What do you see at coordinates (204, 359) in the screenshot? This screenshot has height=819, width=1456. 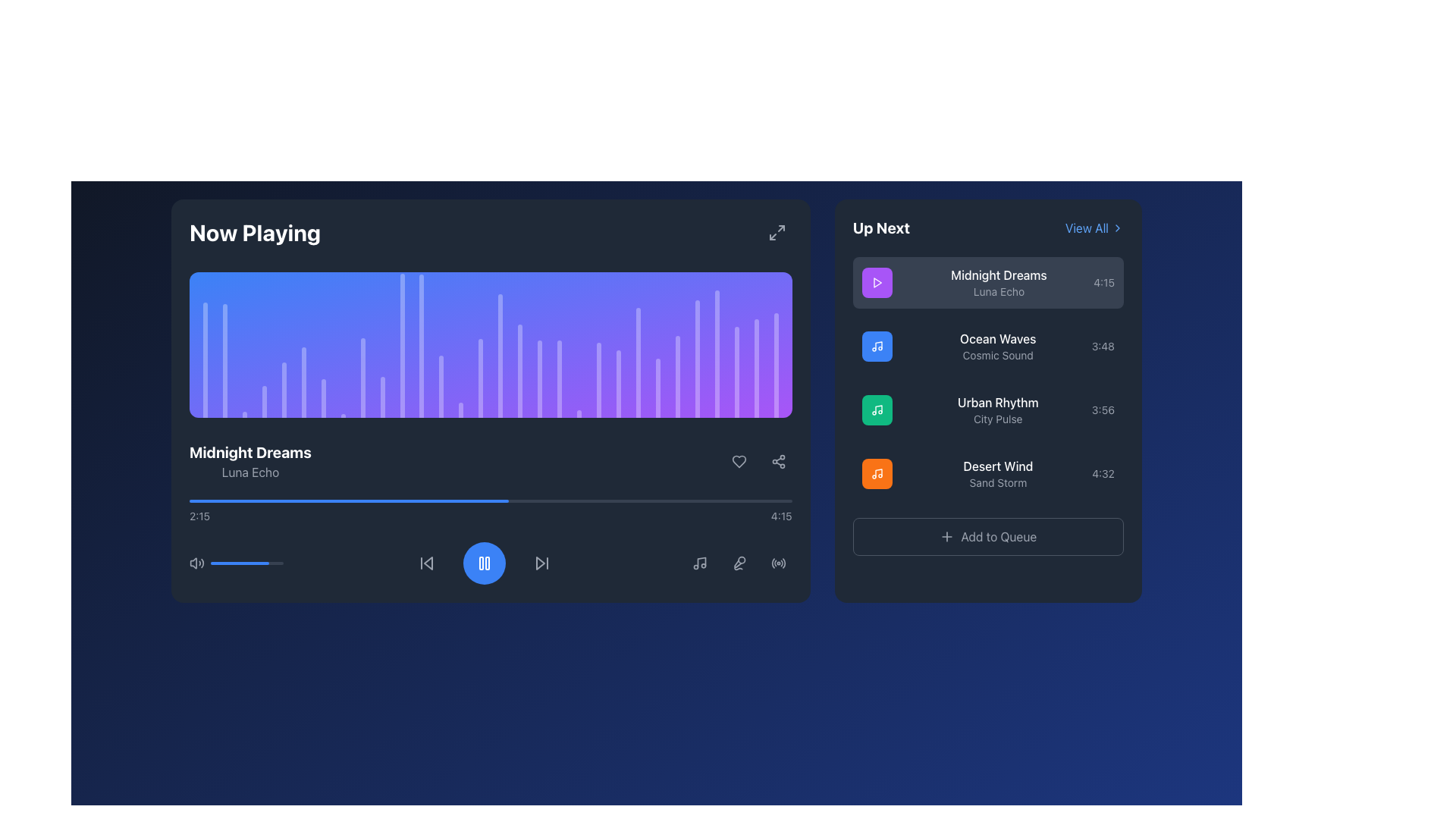 I see `the first vertical bar in the bar chart, which has a rounded top and a semi-transparent white appearance, located in the gradient blue and purple section` at bounding box center [204, 359].